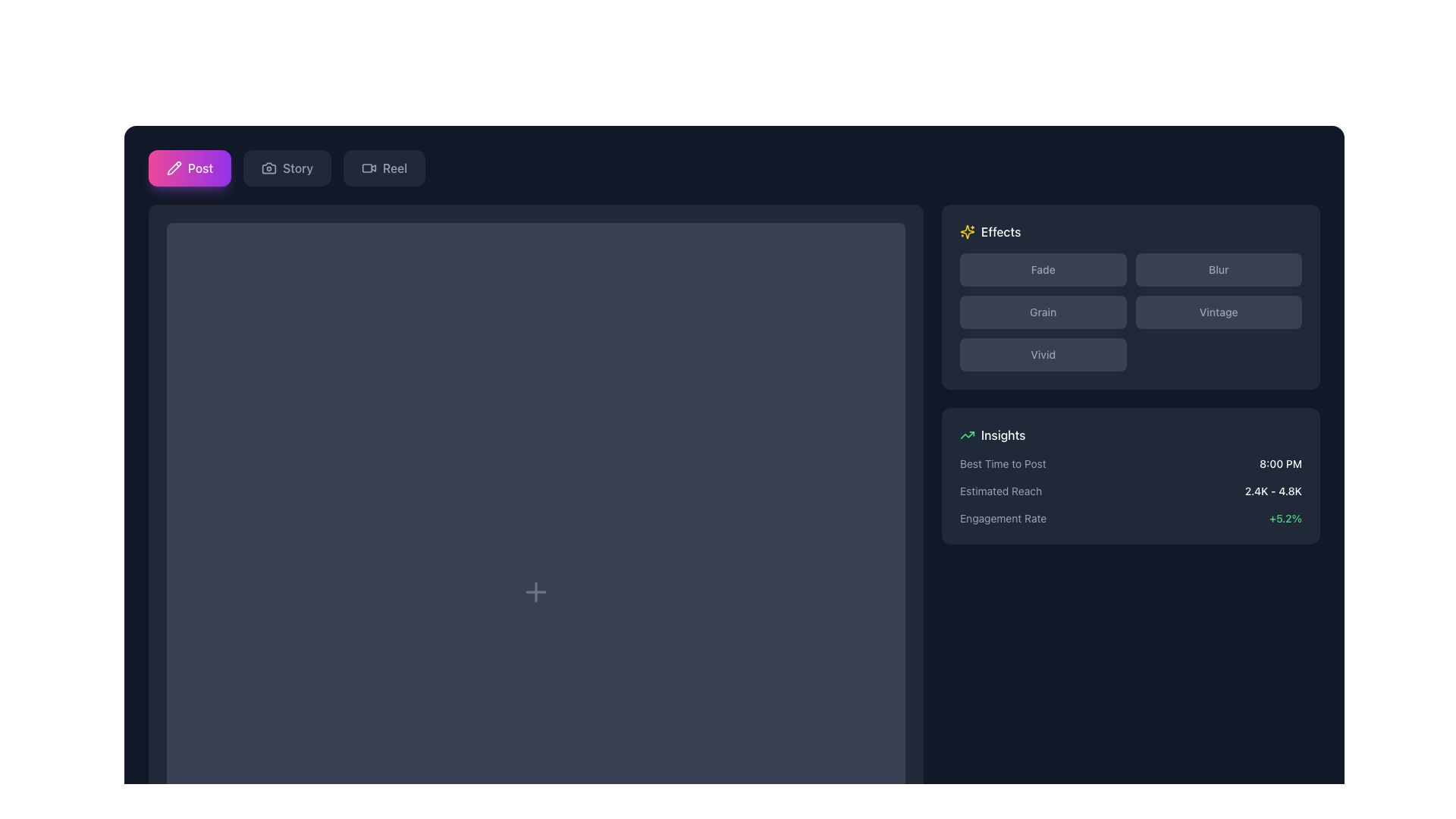 The height and width of the screenshot is (819, 1456). What do you see at coordinates (174, 168) in the screenshot?
I see `the pencil-shaped icon inside the 'Post' button` at bounding box center [174, 168].